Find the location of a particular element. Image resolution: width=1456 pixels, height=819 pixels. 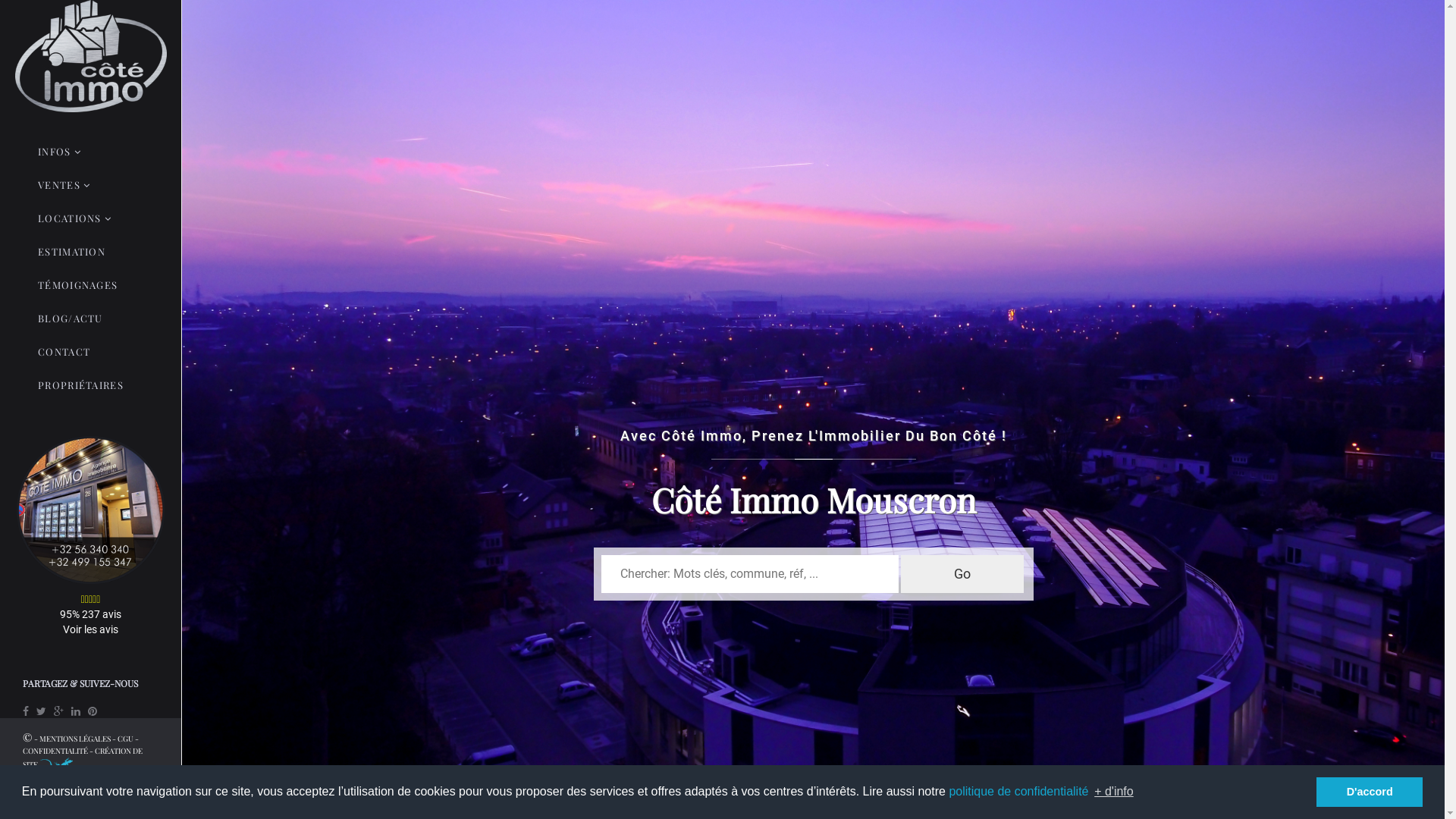

'ESTIMATION' is located at coordinates (37, 250).